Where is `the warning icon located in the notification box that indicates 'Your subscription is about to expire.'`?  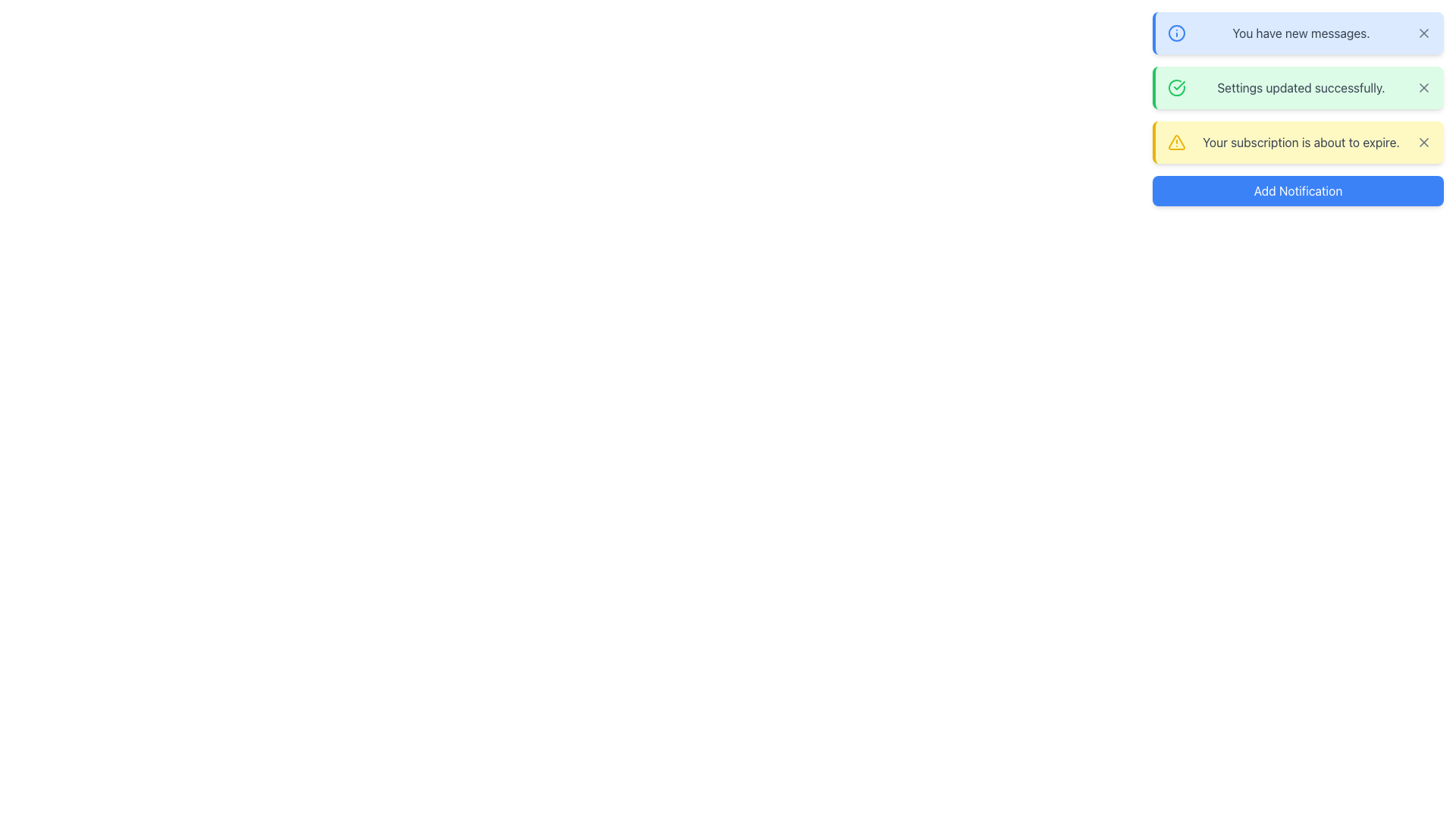
the warning icon located in the notification box that indicates 'Your subscription is about to expire.' is located at coordinates (1175, 143).